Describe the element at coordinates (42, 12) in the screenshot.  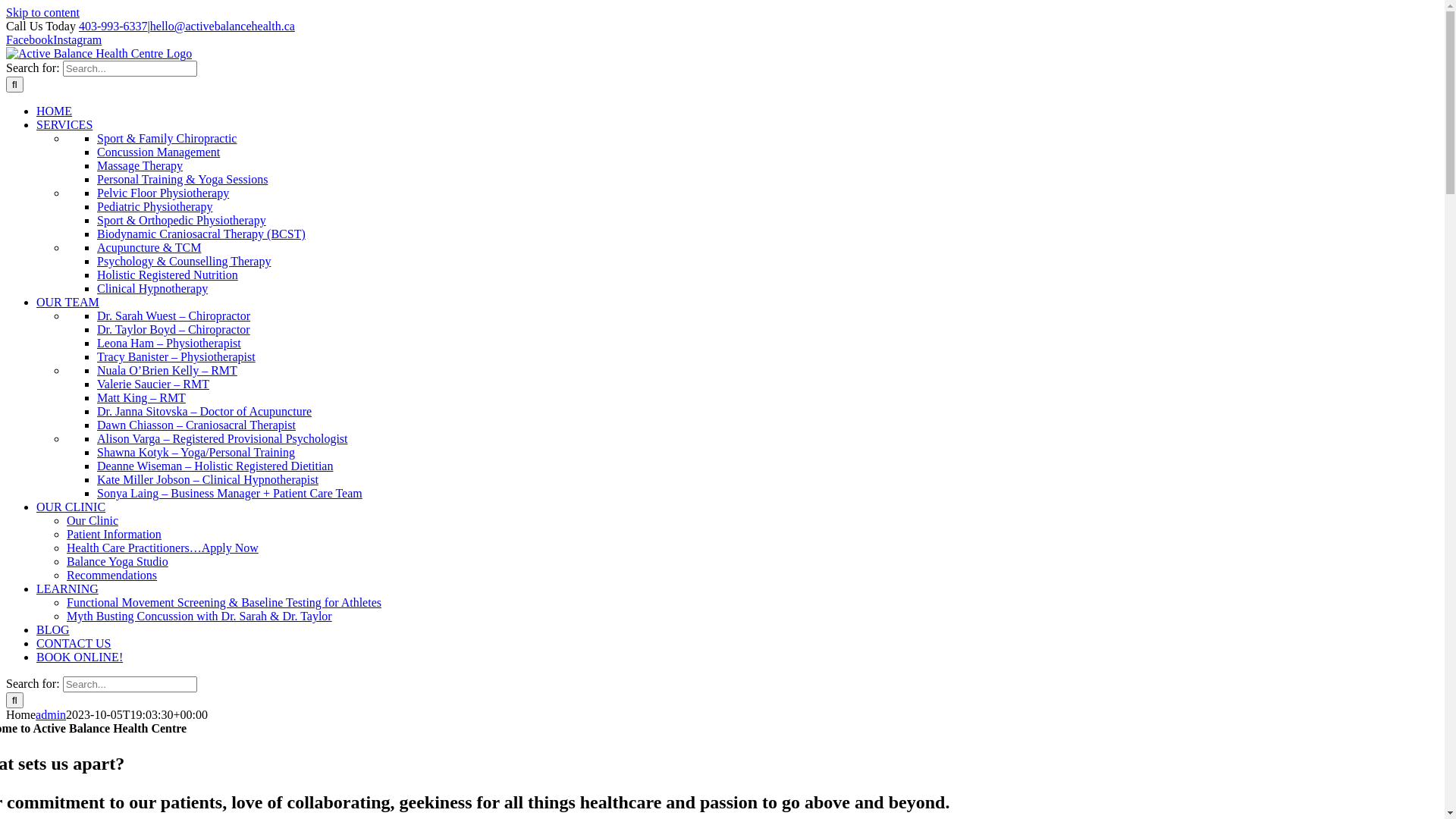
I see `'Skip to content'` at that location.